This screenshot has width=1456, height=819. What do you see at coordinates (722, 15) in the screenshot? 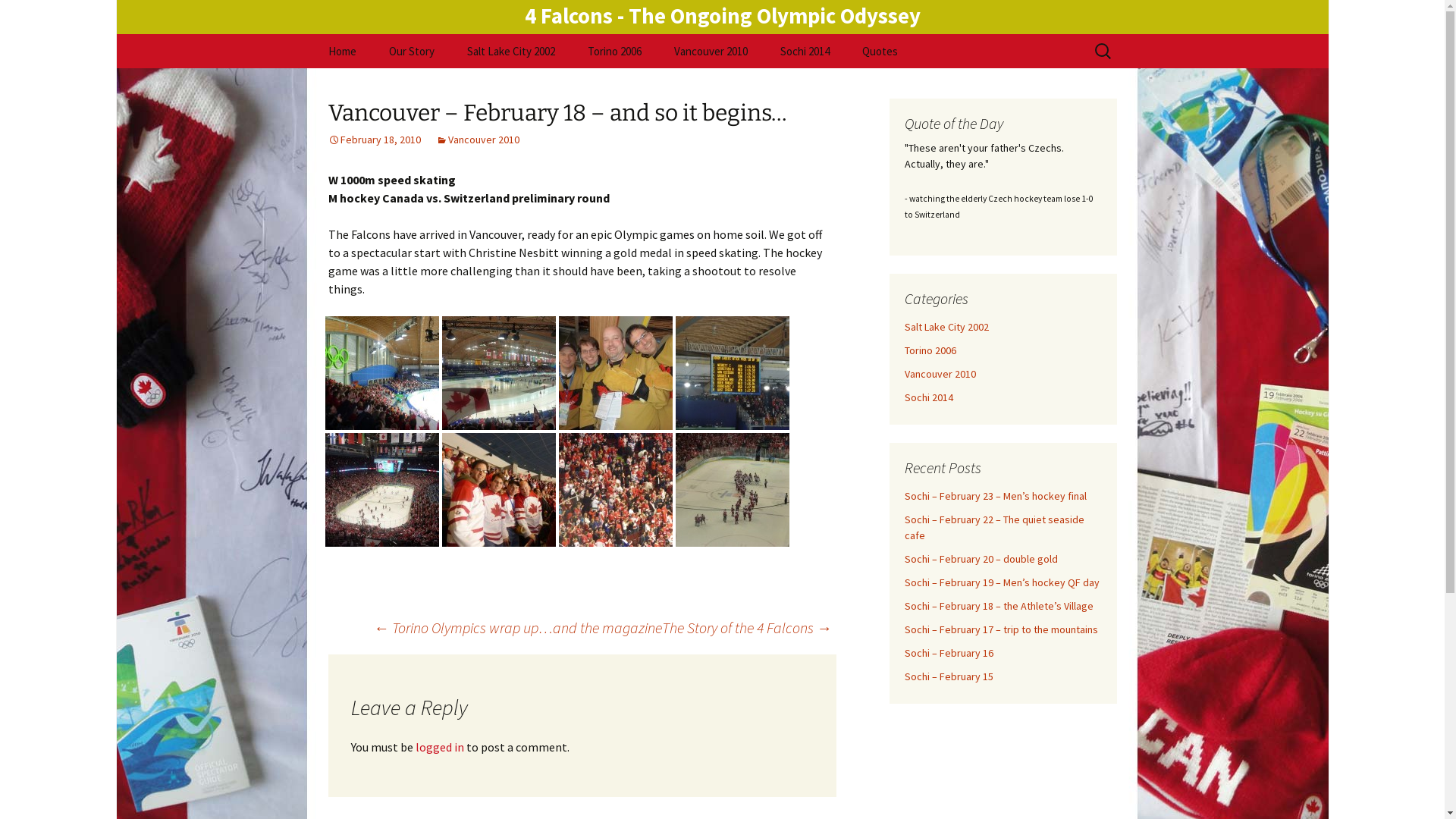
I see `'4 Falcons - The Ongoing Olympic Odyssey'` at bounding box center [722, 15].